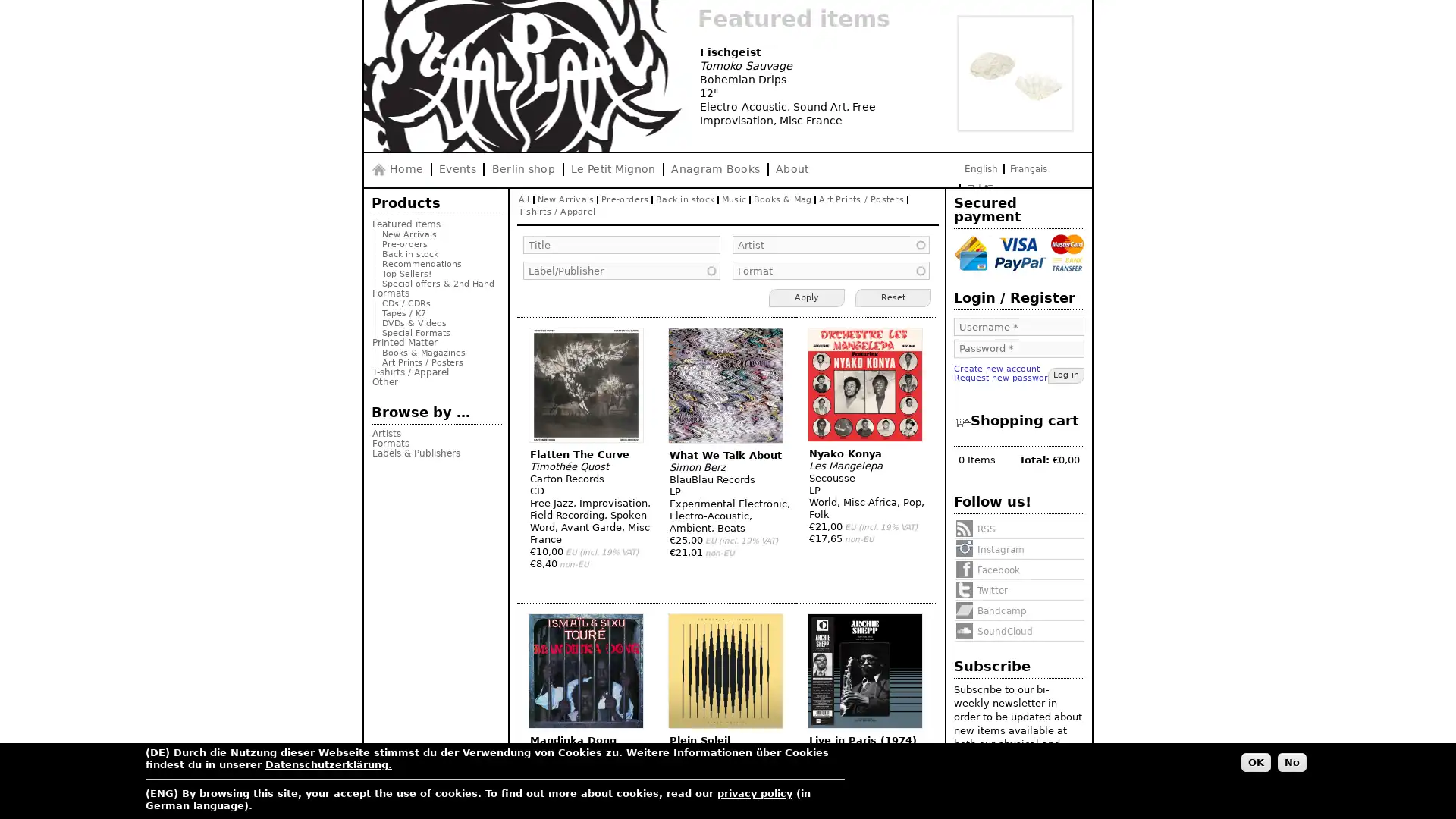 Image resolution: width=1456 pixels, height=819 pixels. What do you see at coordinates (1046, 759) in the screenshot?
I see `Sign Up!` at bounding box center [1046, 759].